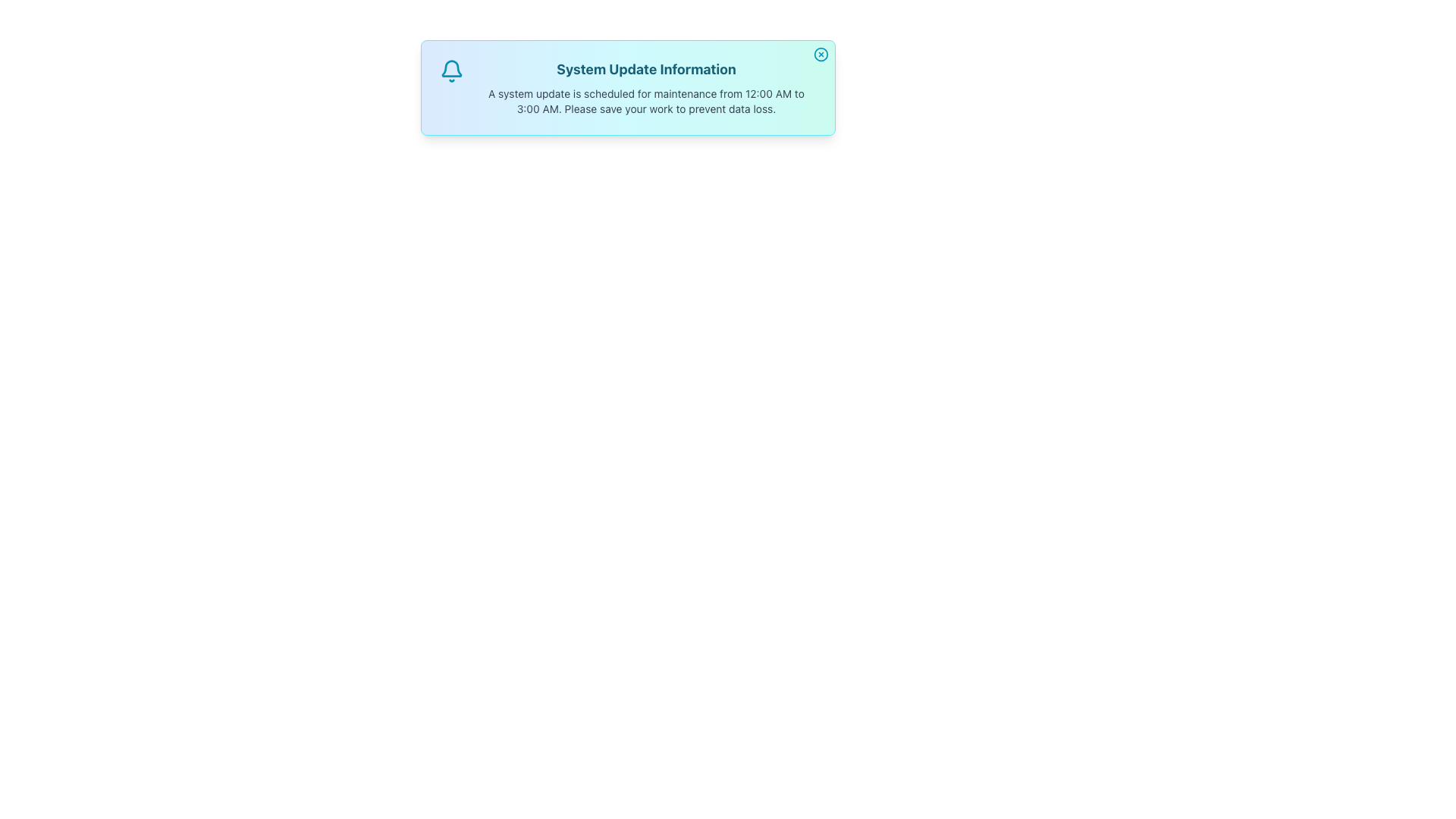  I want to click on the gray text label explaining the scheduled system update, located under the 'System Update Information' heading within a light blue notification card, so click(646, 102).